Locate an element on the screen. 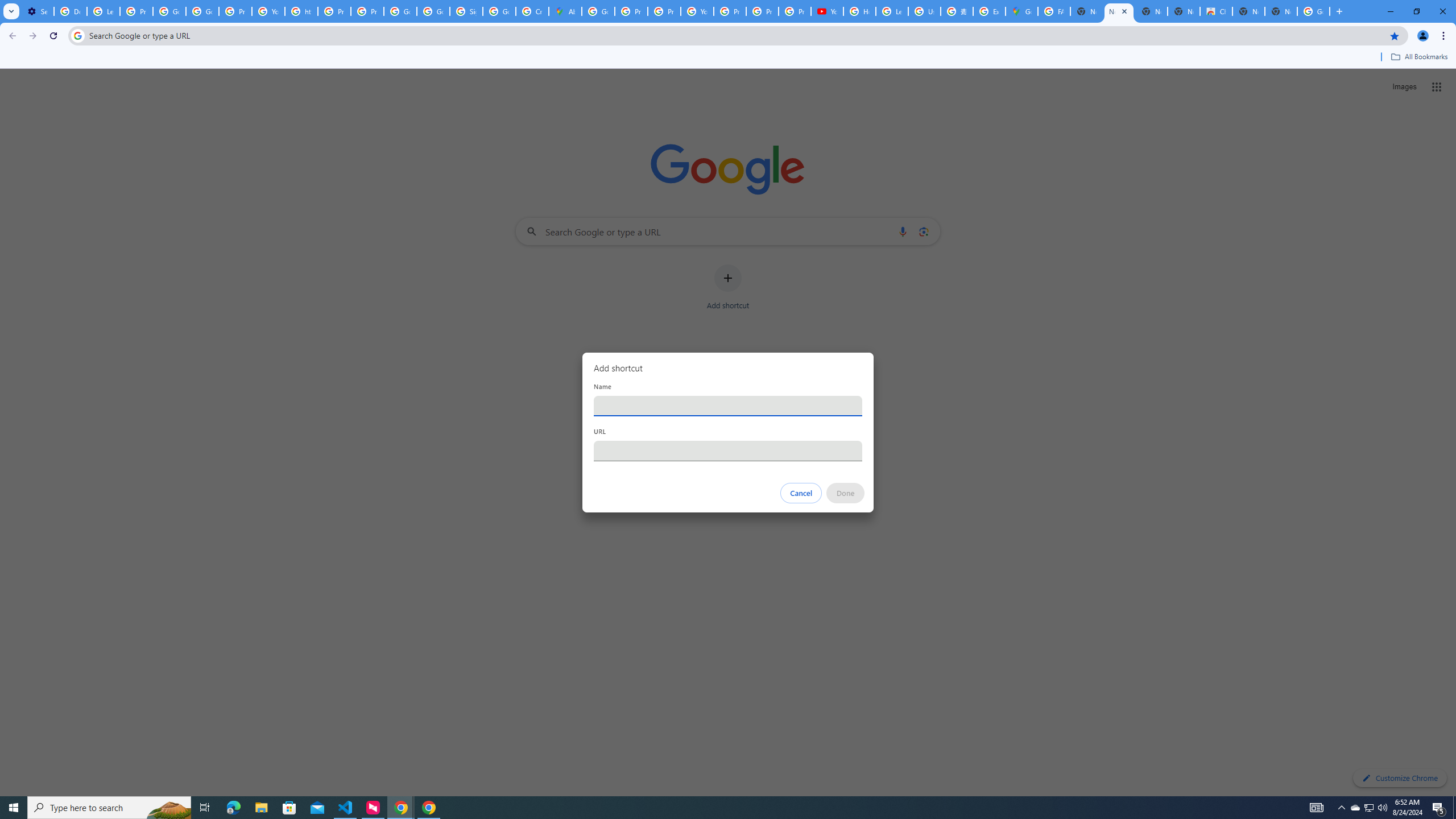  'Explore new street-level details - Google Maps Help' is located at coordinates (988, 11).